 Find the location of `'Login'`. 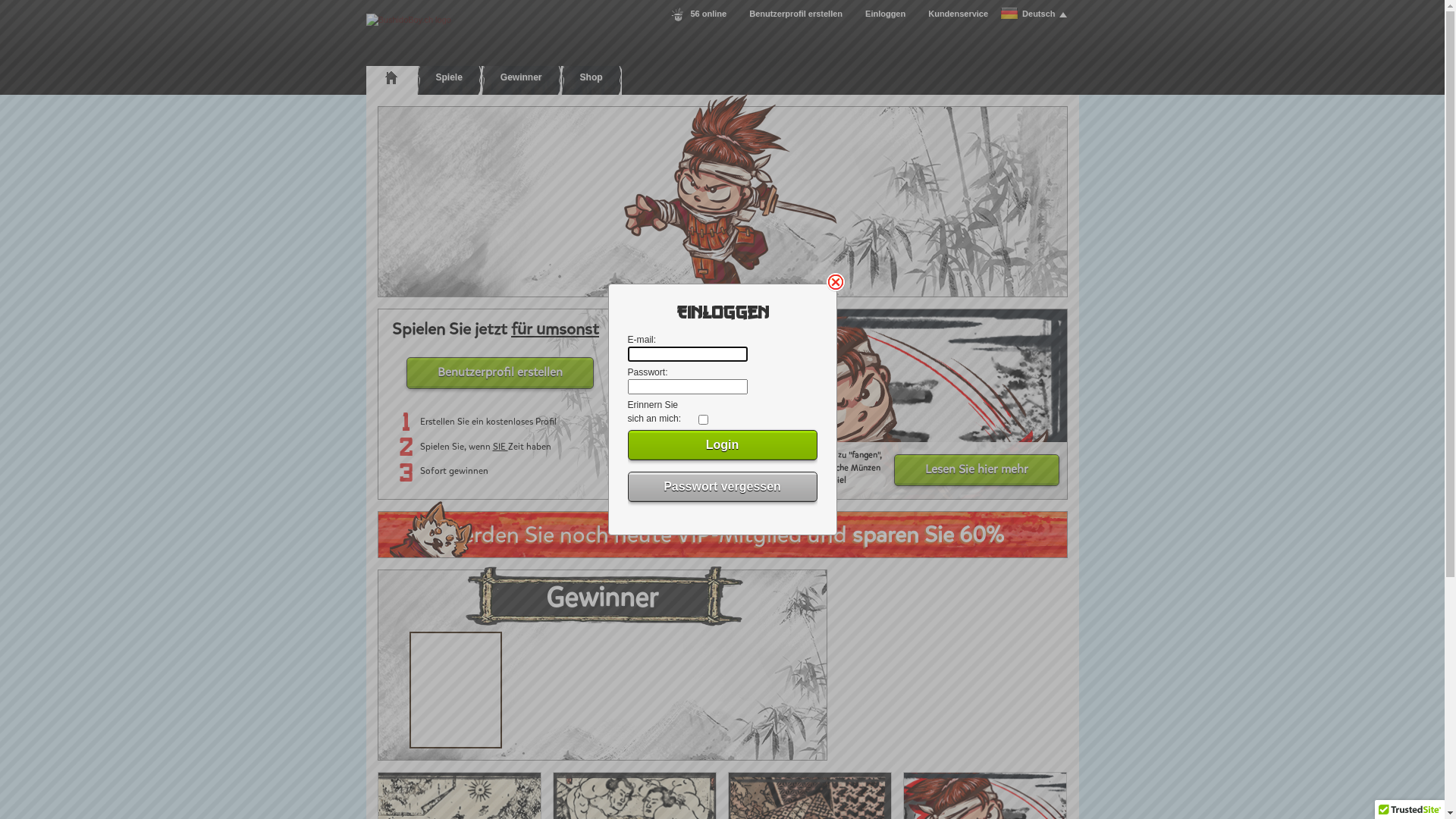

'Login' is located at coordinates (722, 444).